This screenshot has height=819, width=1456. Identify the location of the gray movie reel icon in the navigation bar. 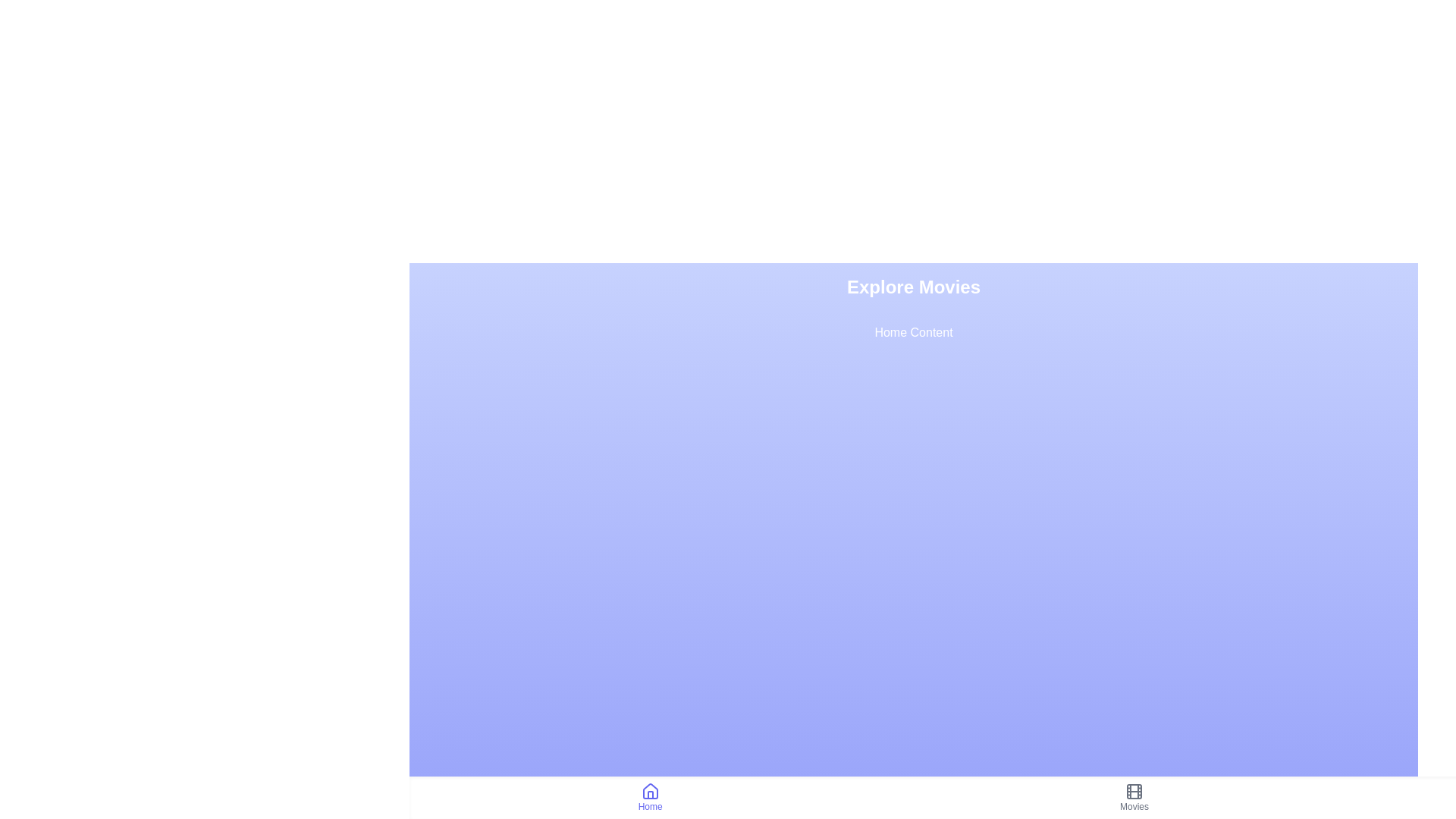
(1134, 791).